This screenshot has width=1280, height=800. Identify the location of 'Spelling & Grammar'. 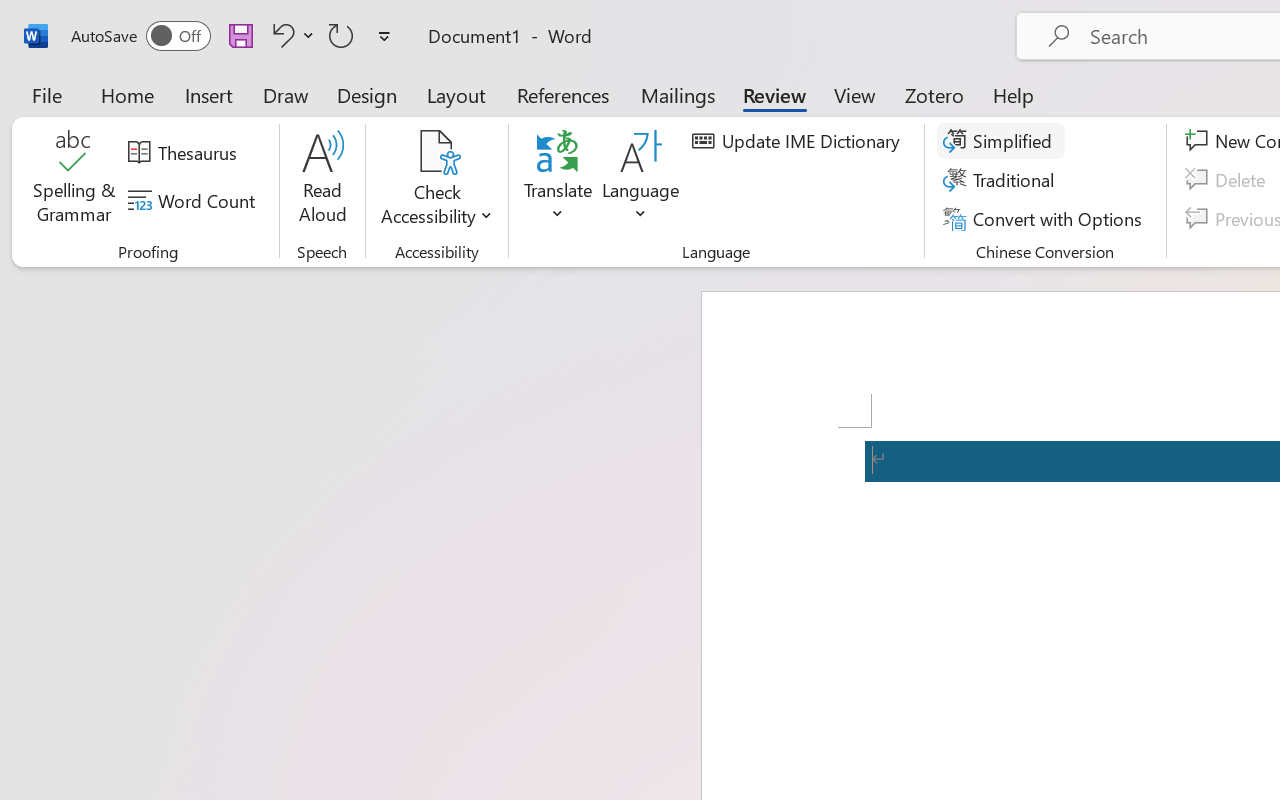
(74, 179).